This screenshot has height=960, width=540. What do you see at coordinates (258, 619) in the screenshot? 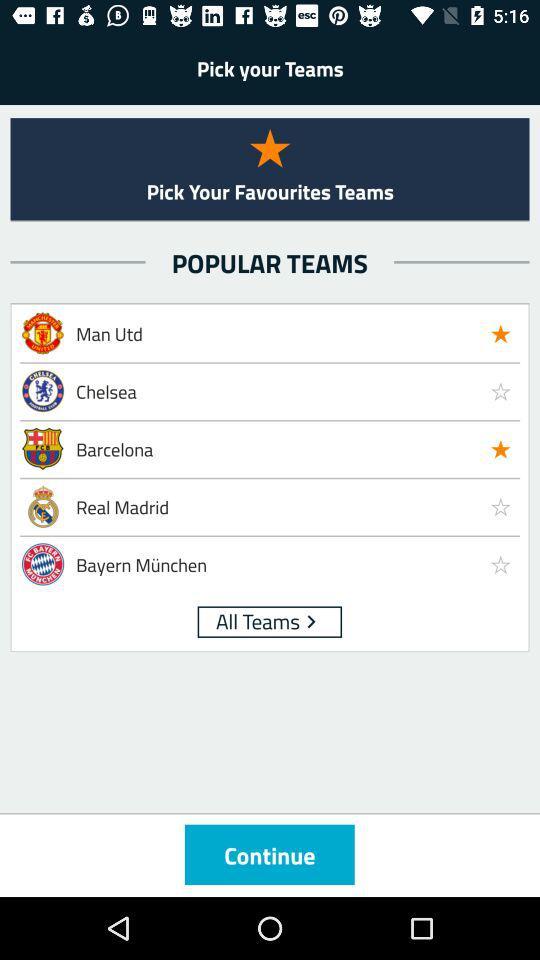
I see `all teams item` at bounding box center [258, 619].